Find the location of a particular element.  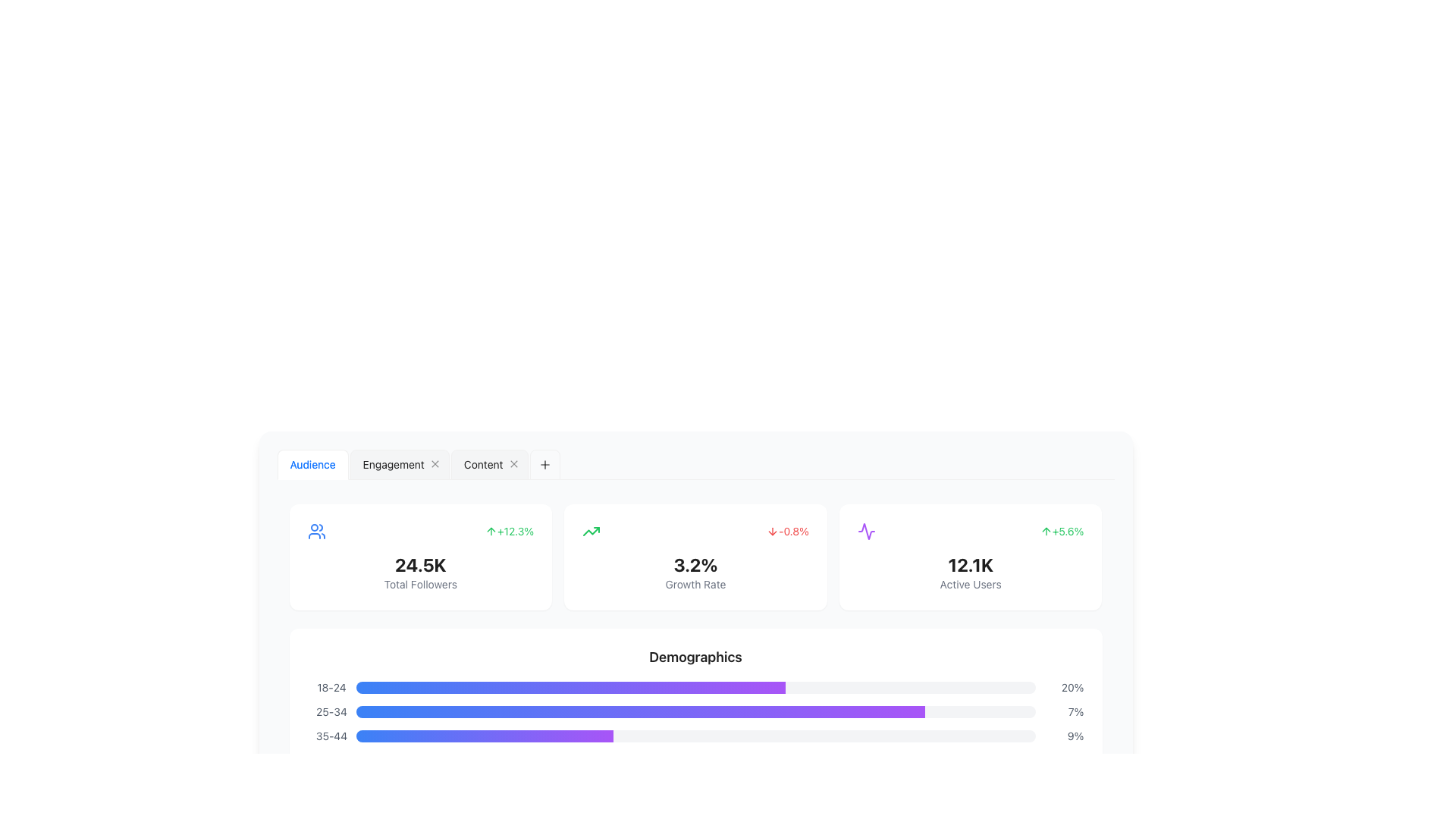

icon located at the top-right corner of the fourth card in a grid, which represents a trend or activity metric is located at coordinates (866, 531).